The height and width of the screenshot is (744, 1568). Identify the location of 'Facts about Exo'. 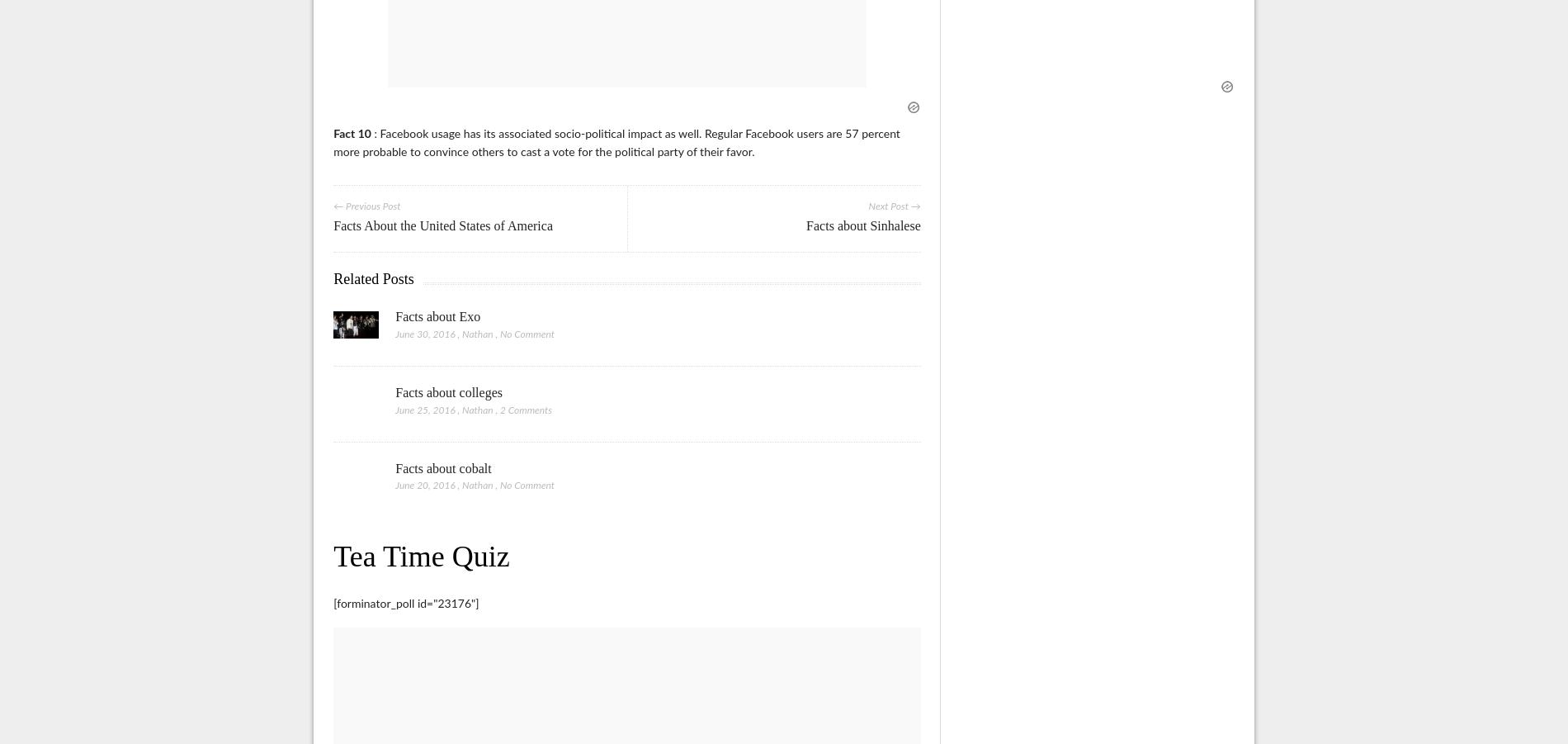
(437, 315).